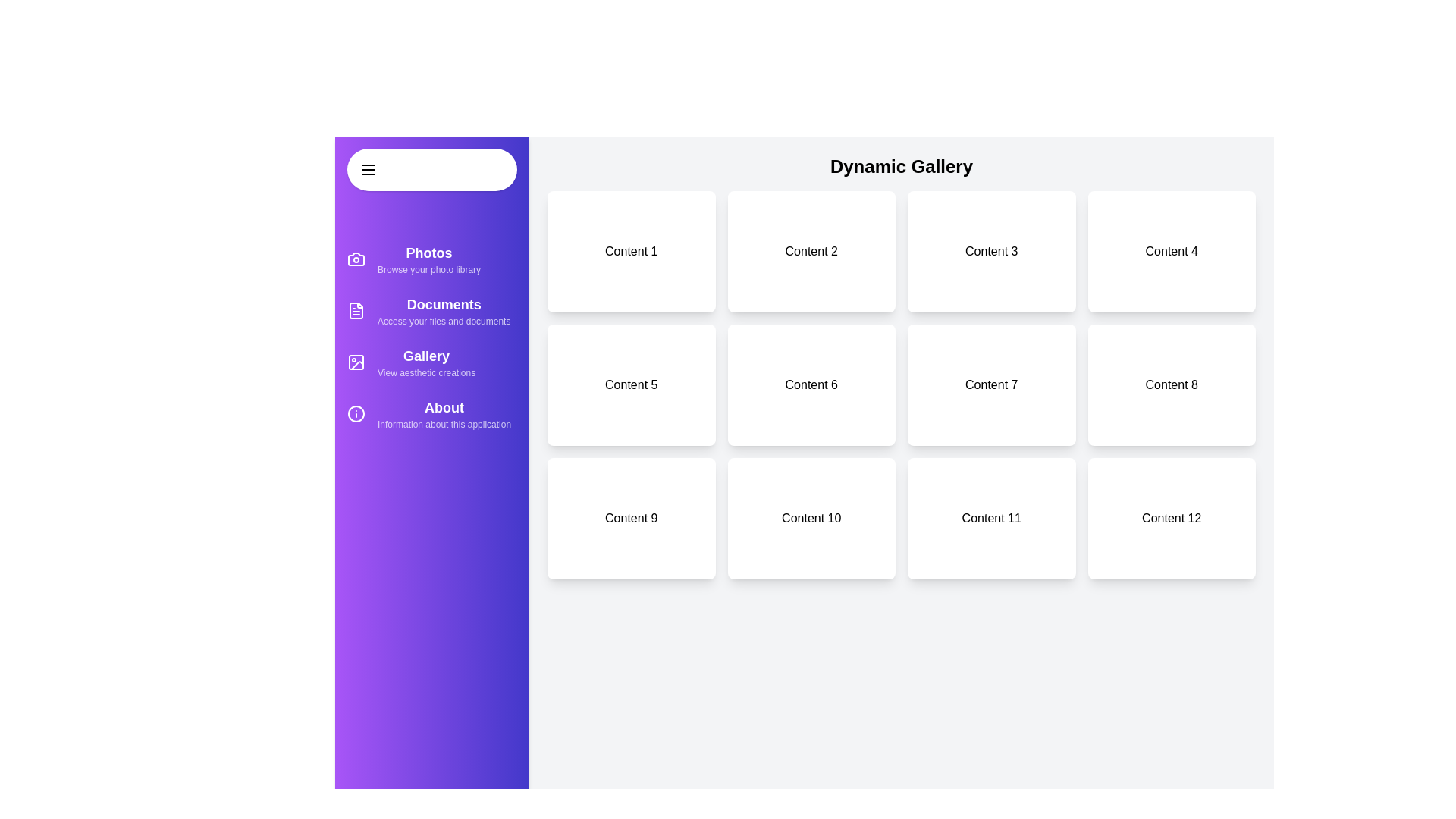  Describe the element at coordinates (356, 362) in the screenshot. I see `the sidebar icon for Gallery` at that location.